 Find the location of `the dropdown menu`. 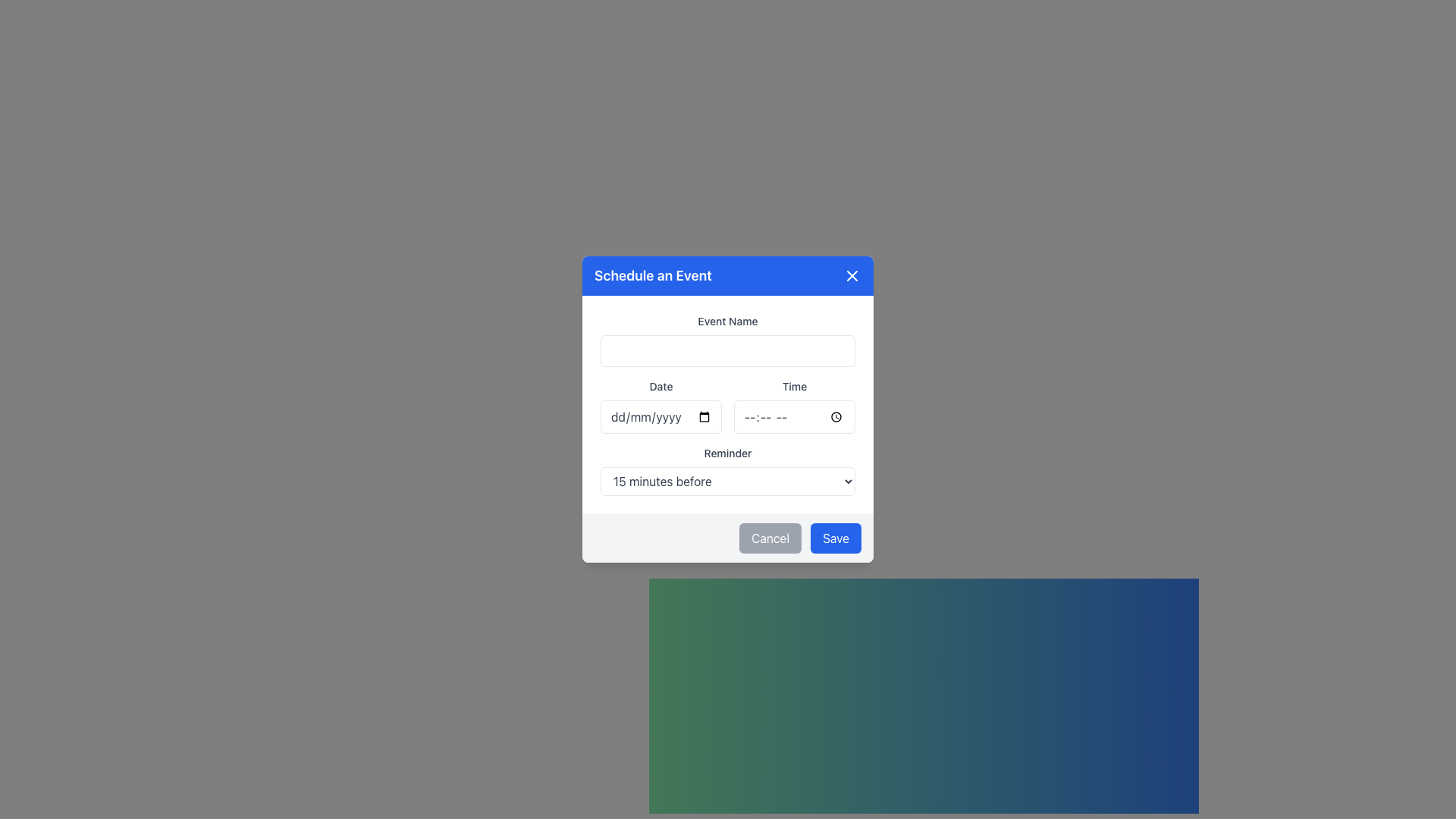

the dropdown menu is located at coordinates (728, 470).